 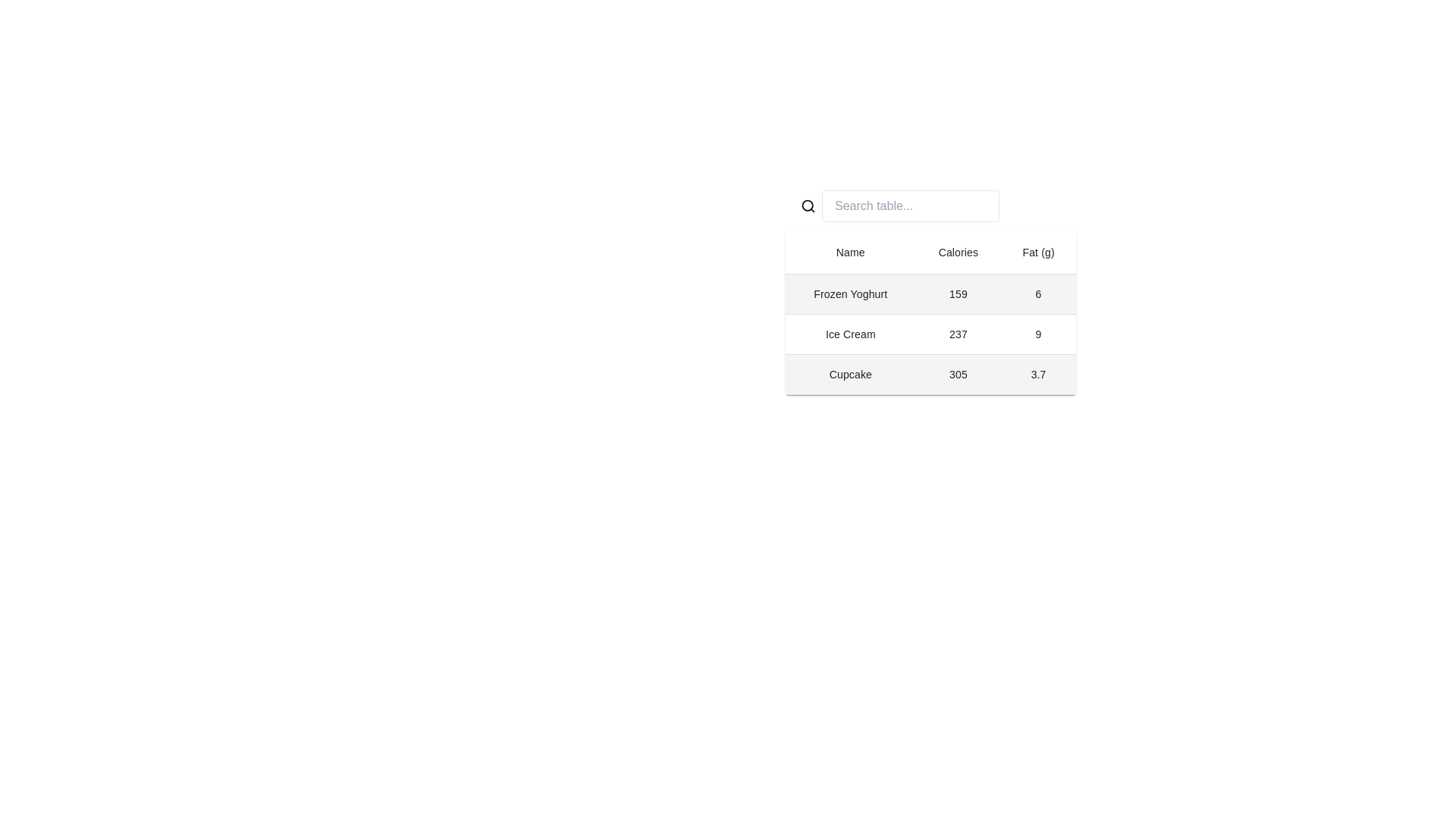 What do you see at coordinates (850, 334) in the screenshot?
I see `the table cell displaying 'Ice Cream'` at bounding box center [850, 334].